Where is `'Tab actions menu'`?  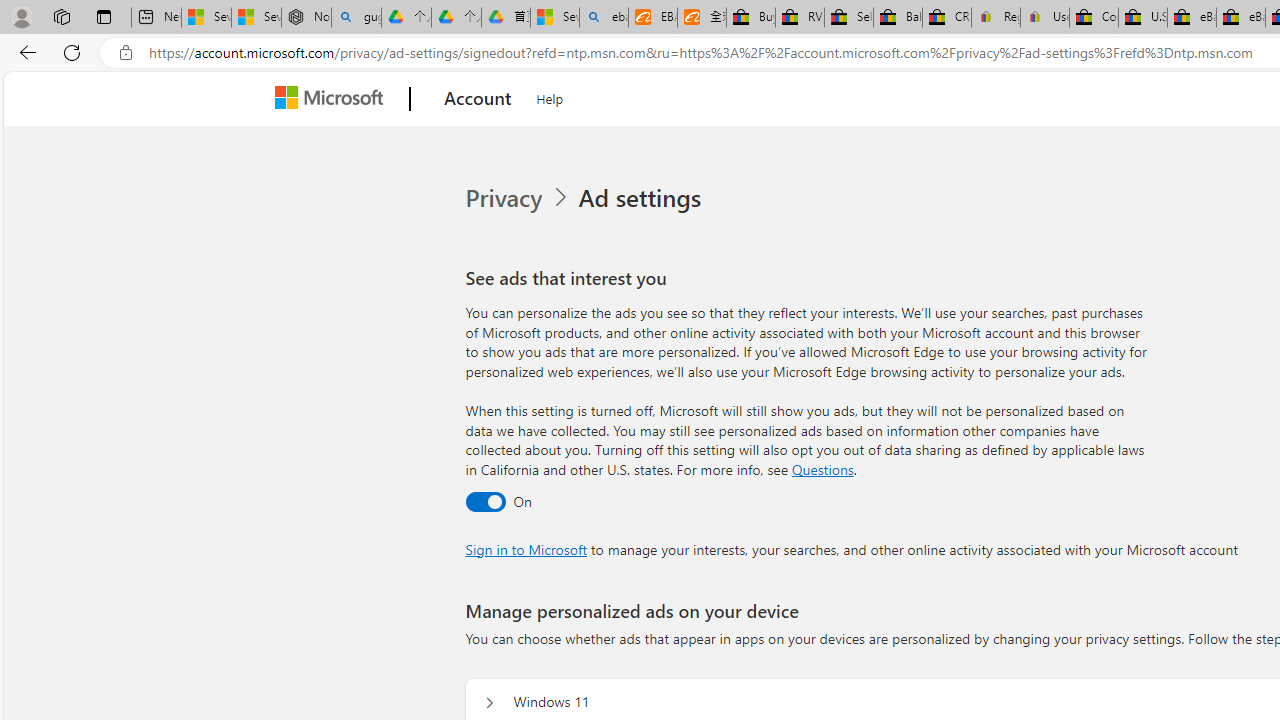 'Tab actions menu' is located at coordinates (103, 16).